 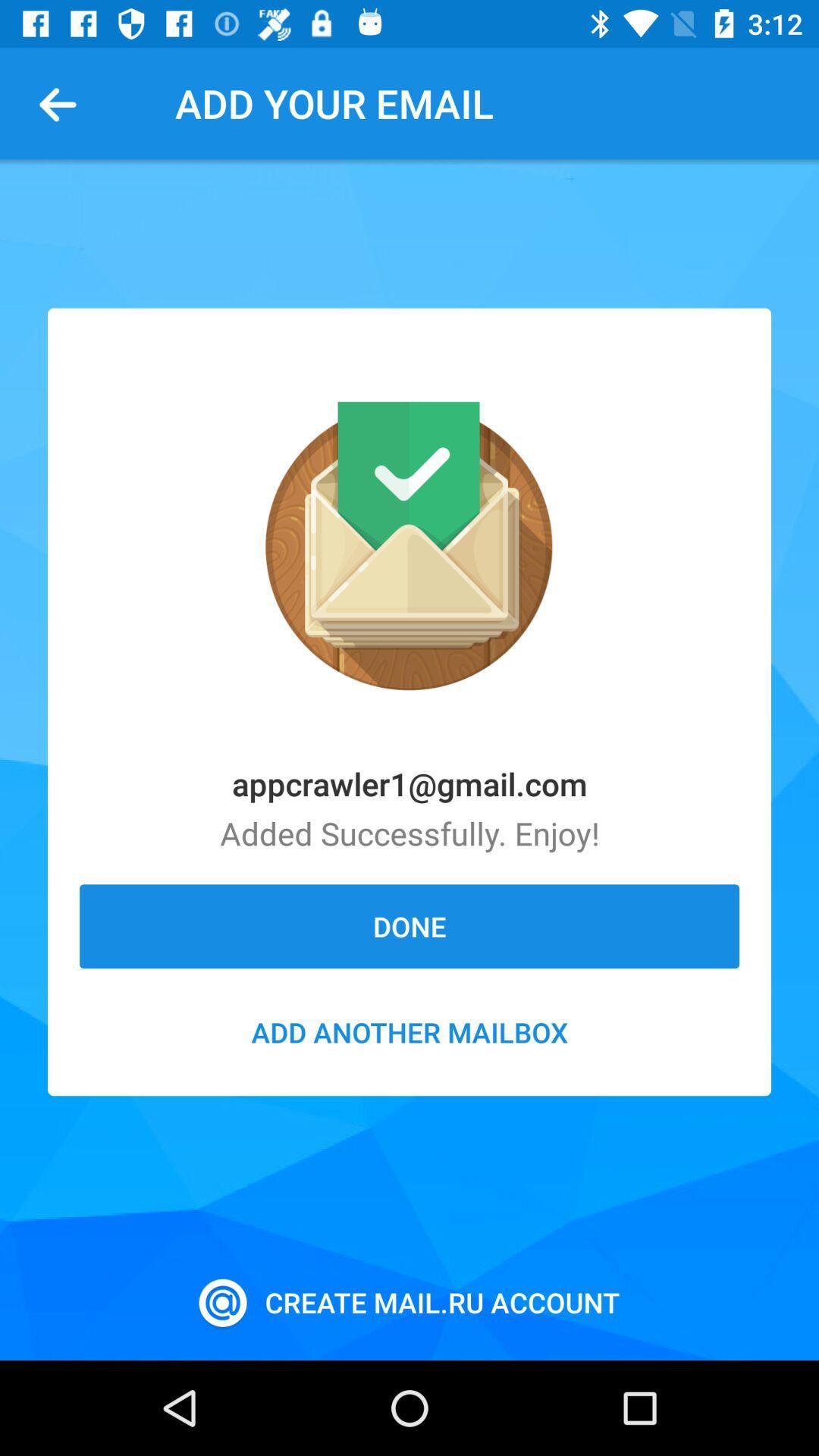 I want to click on the icon below the done, so click(x=409, y=1031).